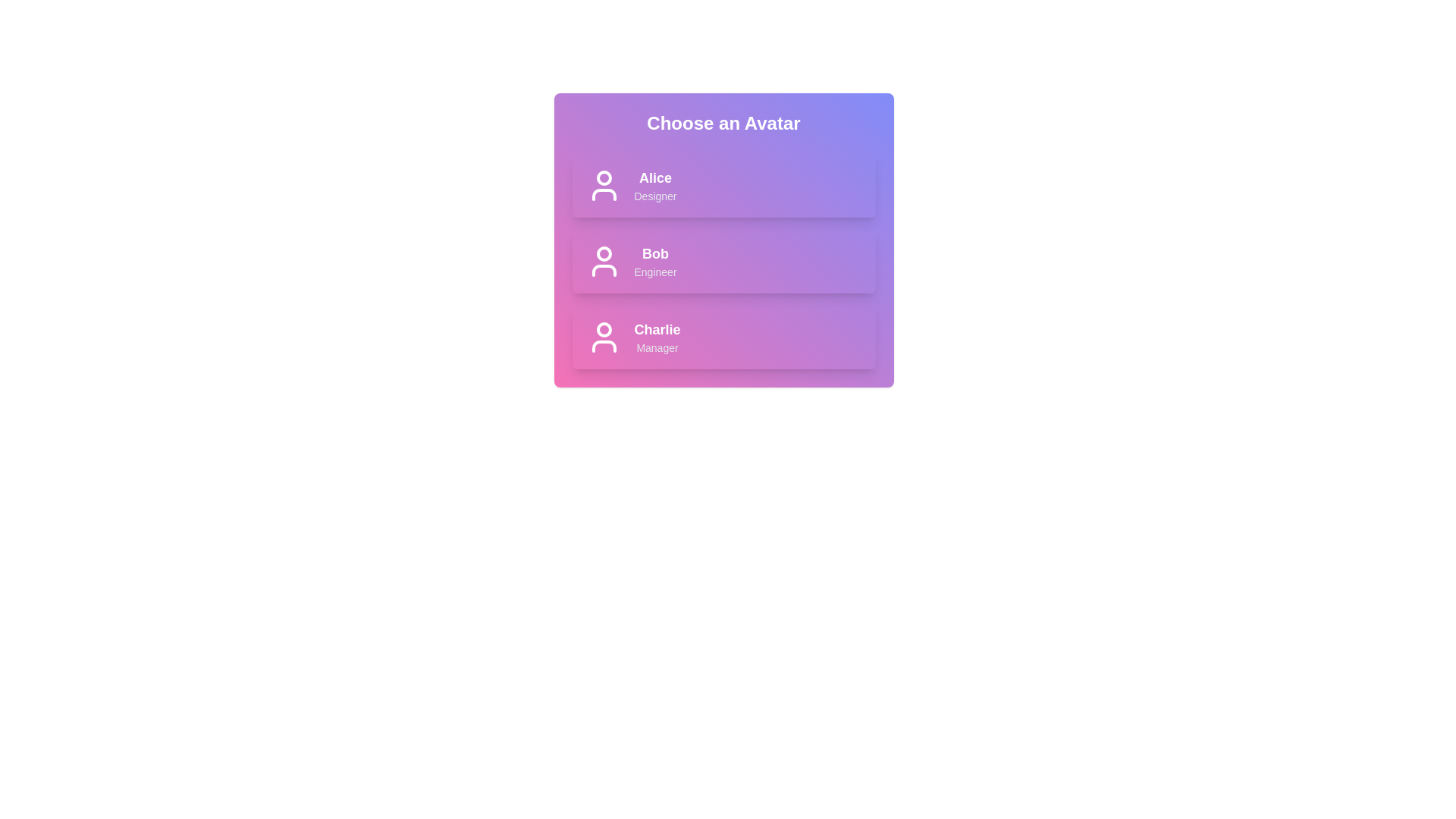 The width and height of the screenshot is (1456, 819). Describe the element at coordinates (723, 260) in the screenshot. I see `the Clickable List Item representing 'Bob, Engineer', which is the second option in the list of three` at that location.